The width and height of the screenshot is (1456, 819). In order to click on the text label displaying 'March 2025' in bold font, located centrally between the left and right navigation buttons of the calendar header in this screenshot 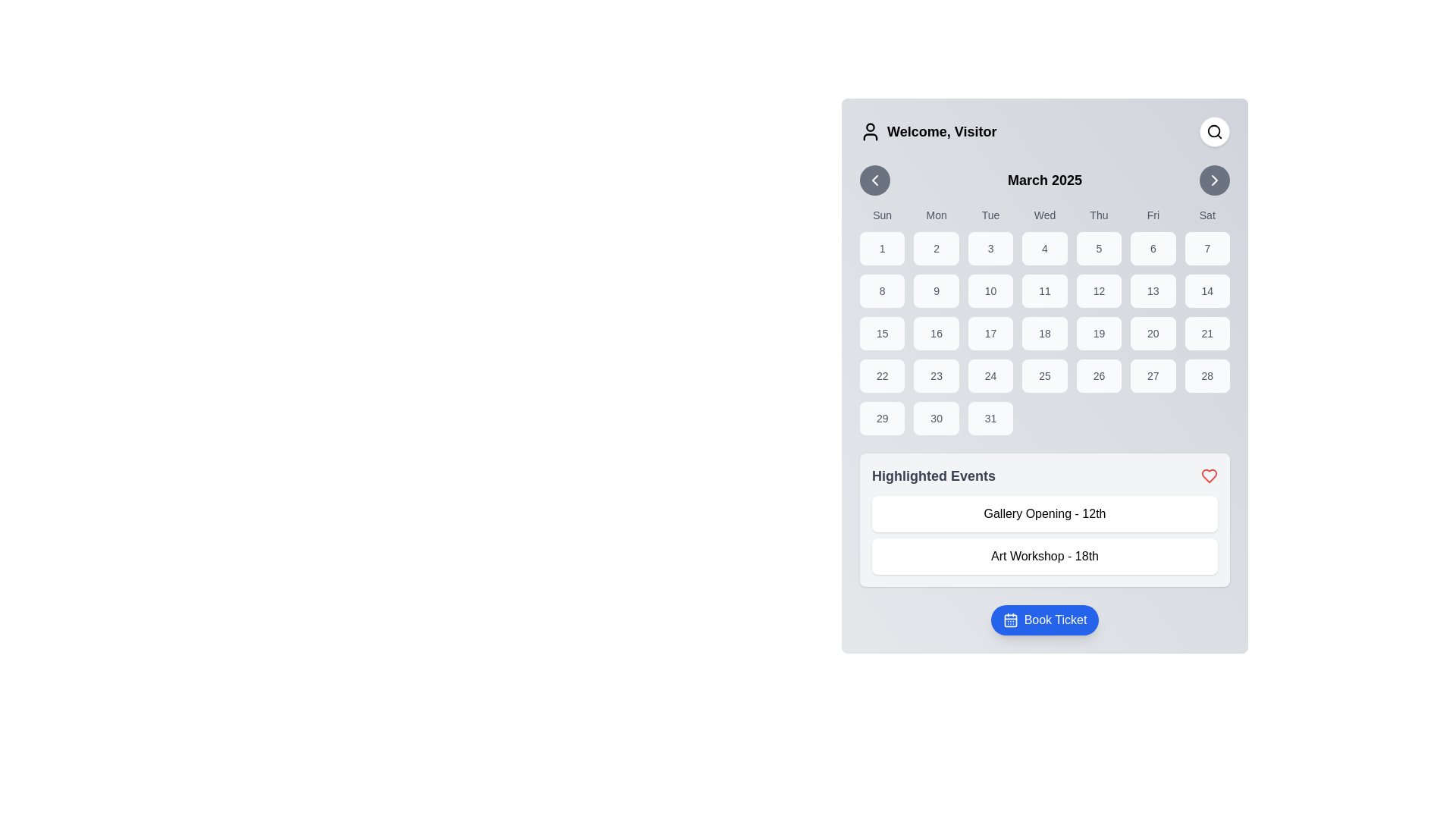, I will do `click(1043, 180)`.